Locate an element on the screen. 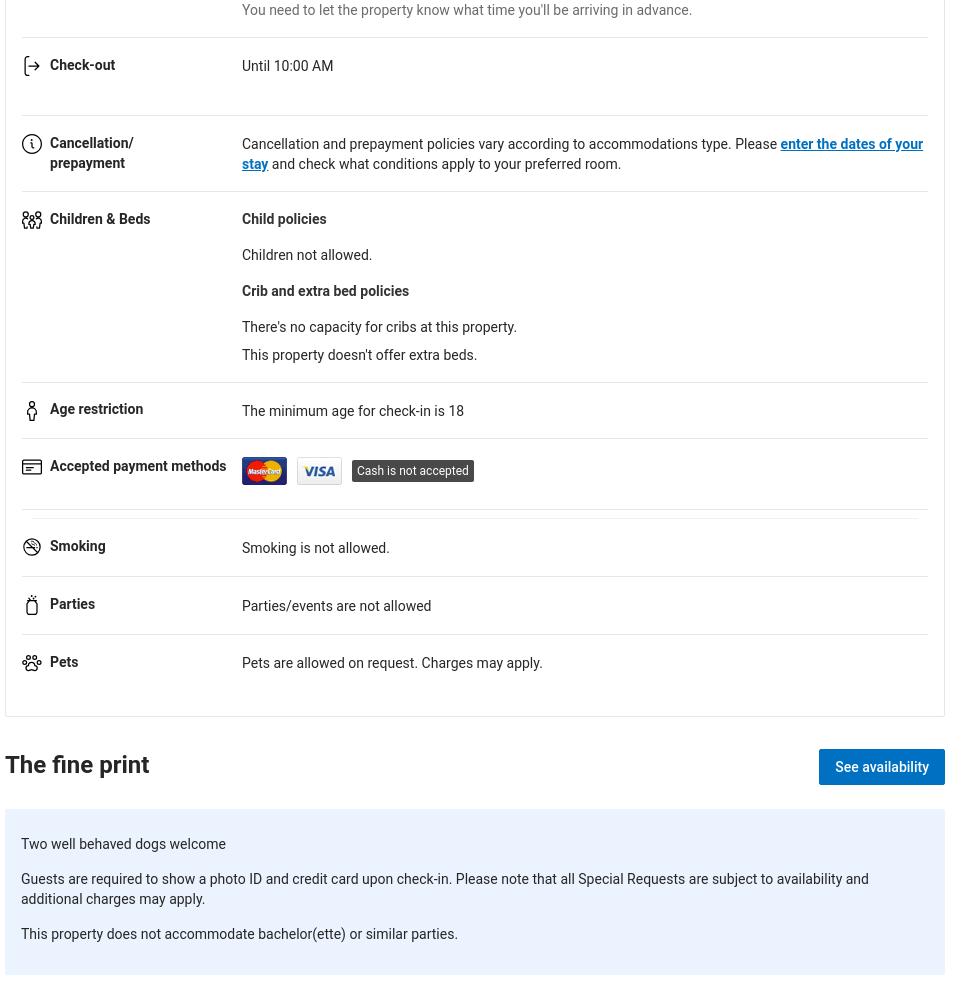 This screenshot has height=1004, width=969. 'Crib and extra bed policies' is located at coordinates (324, 289).